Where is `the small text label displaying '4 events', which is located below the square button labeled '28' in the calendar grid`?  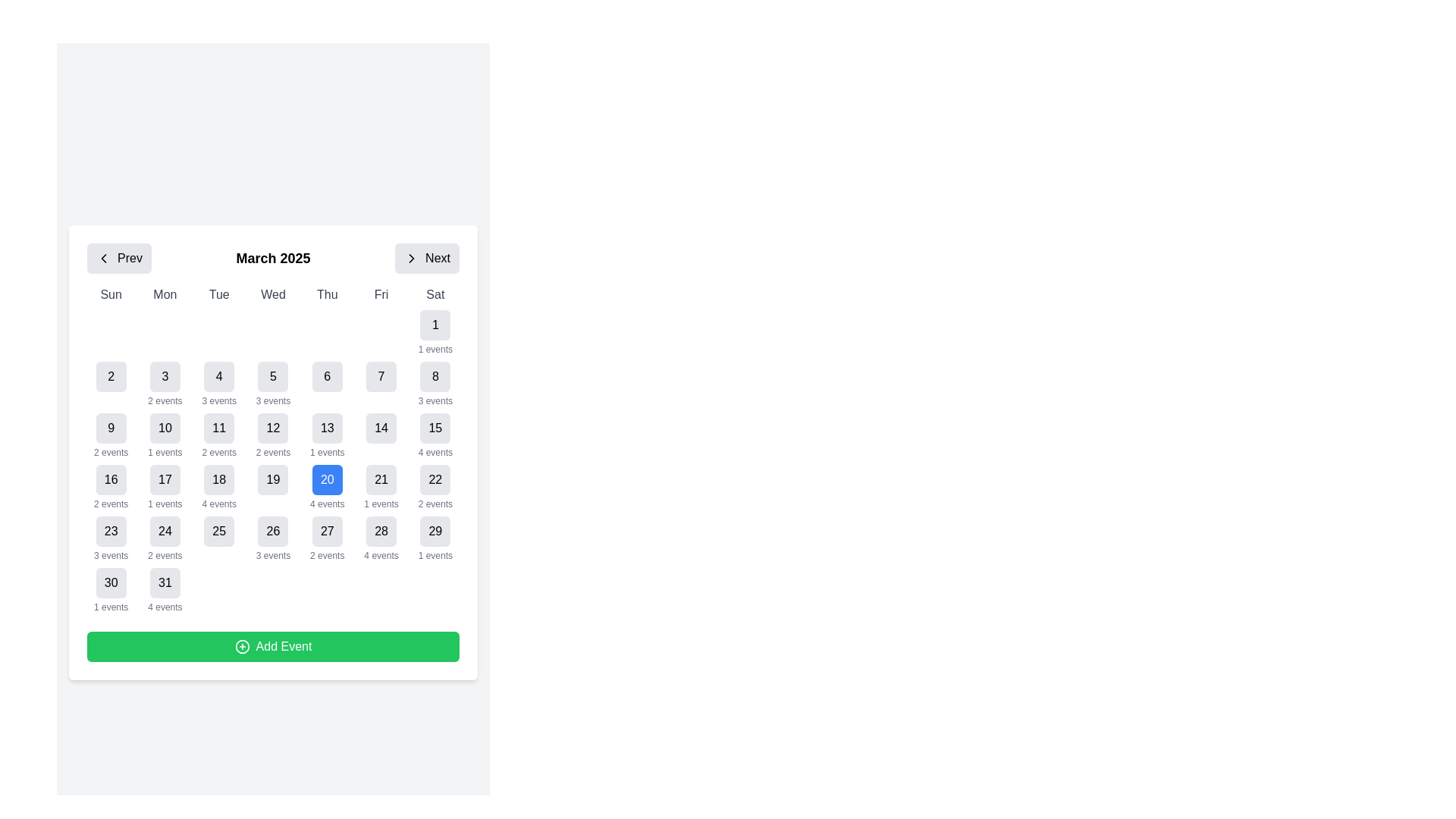 the small text label displaying '4 events', which is located below the square button labeled '28' in the calendar grid is located at coordinates (381, 555).